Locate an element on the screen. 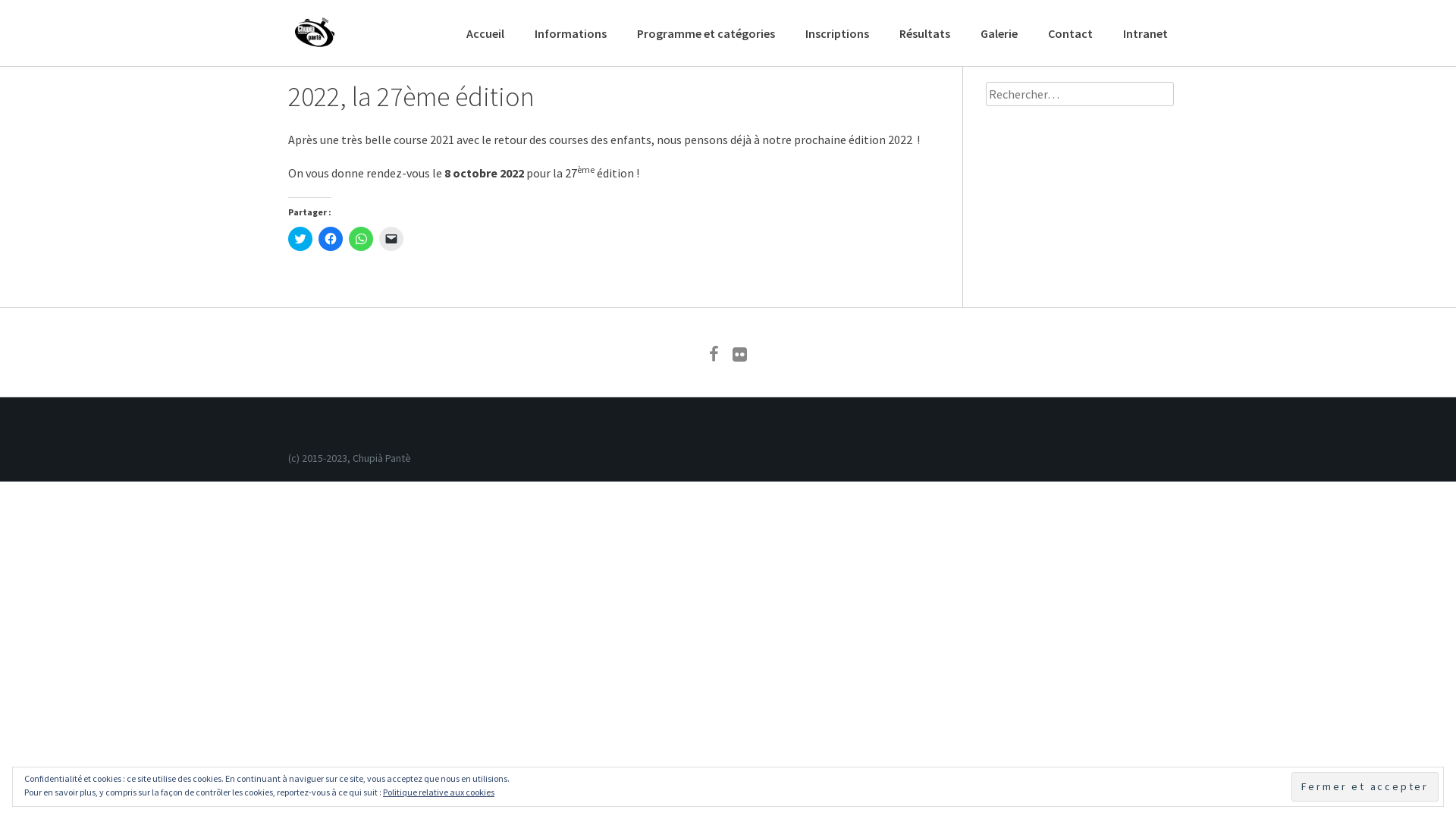  'Politique relative aux cookies' is located at coordinates (438, 791).